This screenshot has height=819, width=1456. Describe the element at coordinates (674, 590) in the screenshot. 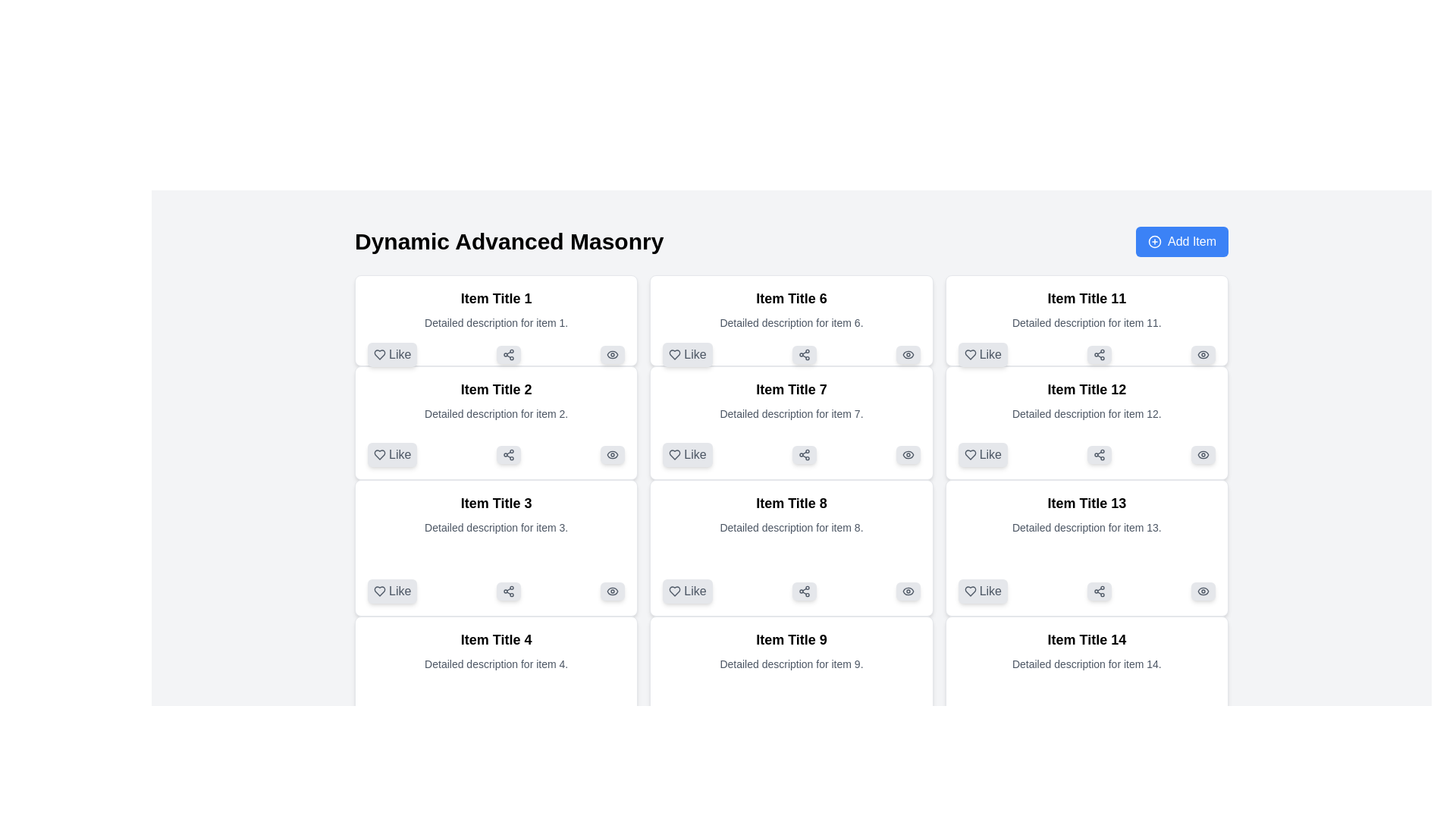

I see `the center of the heart-shaped icon within the 'Like' button located under 'Item Title 8'` at that location.